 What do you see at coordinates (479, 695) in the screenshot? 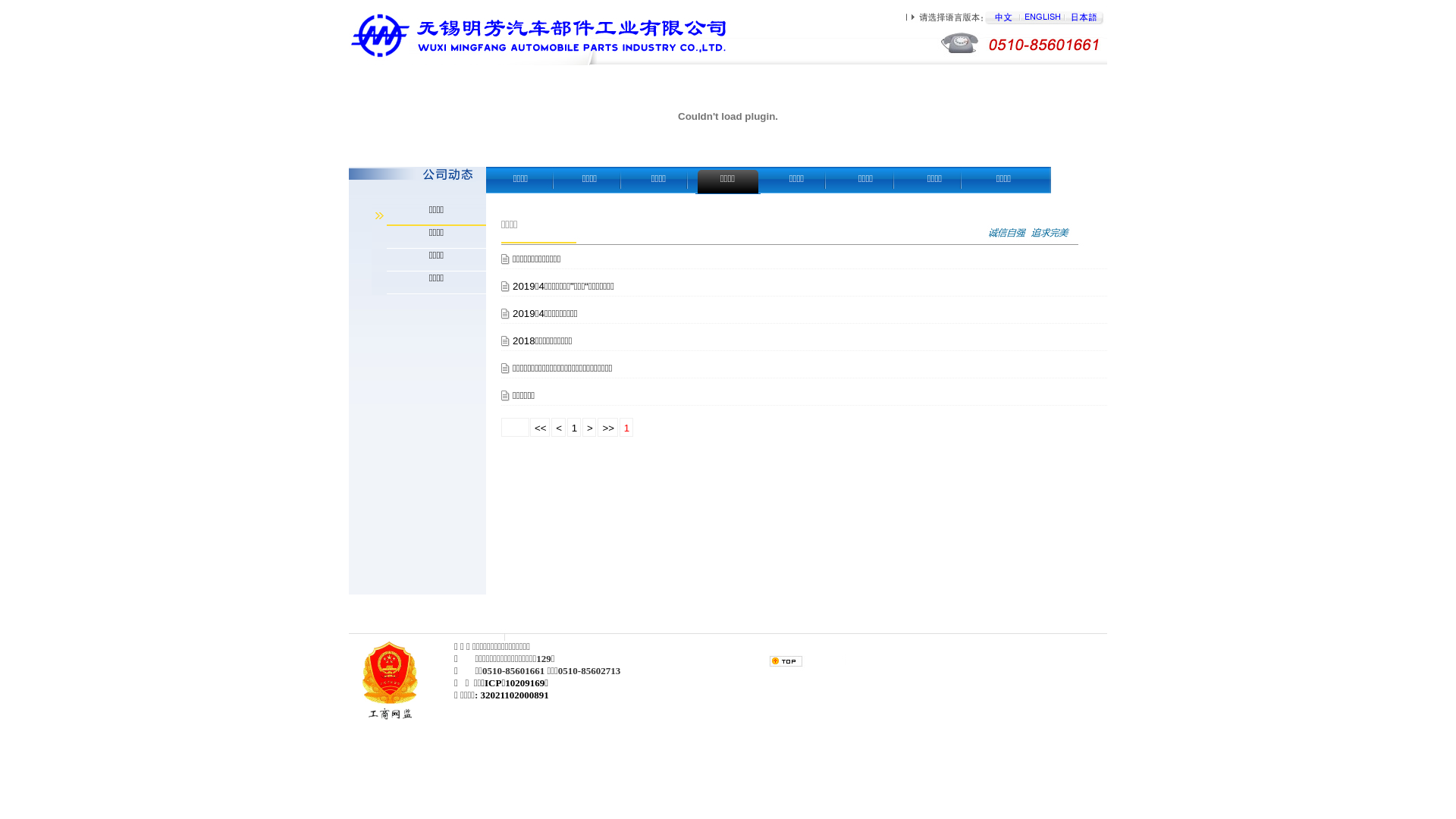
I see `'32021102000891'` at bounding box center [479, 695].